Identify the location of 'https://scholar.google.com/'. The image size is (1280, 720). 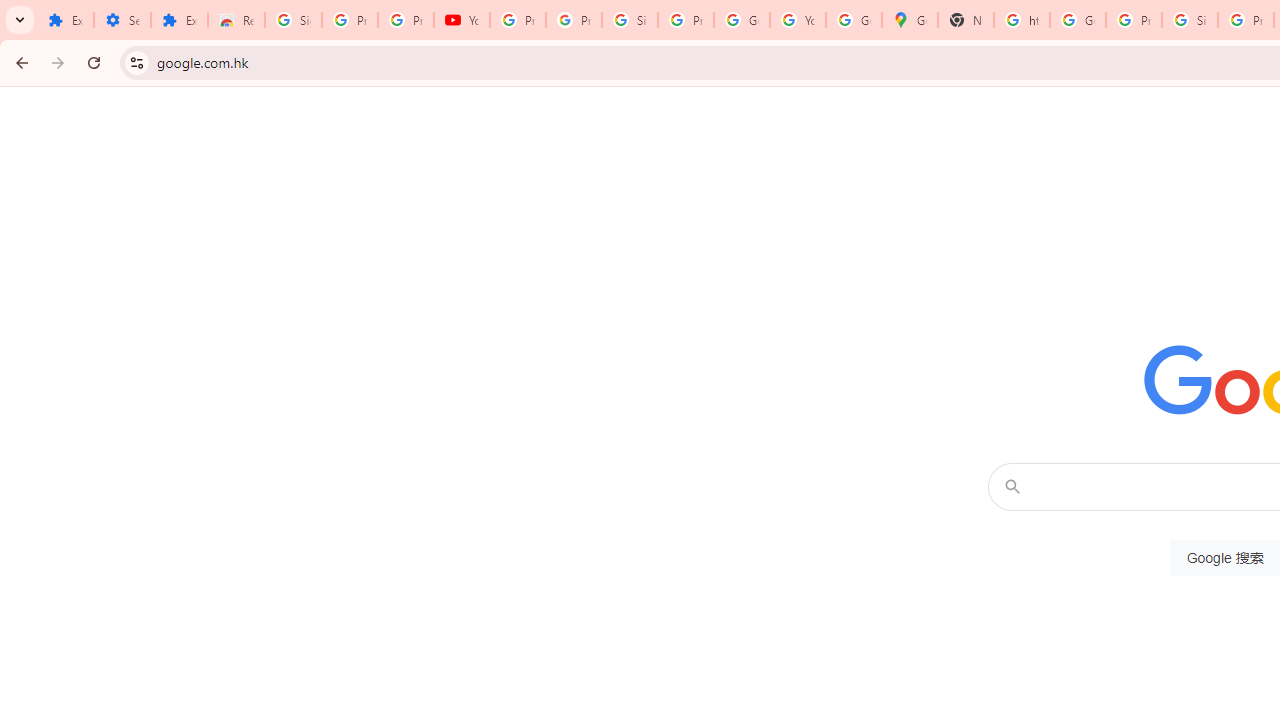
(1022, 20).